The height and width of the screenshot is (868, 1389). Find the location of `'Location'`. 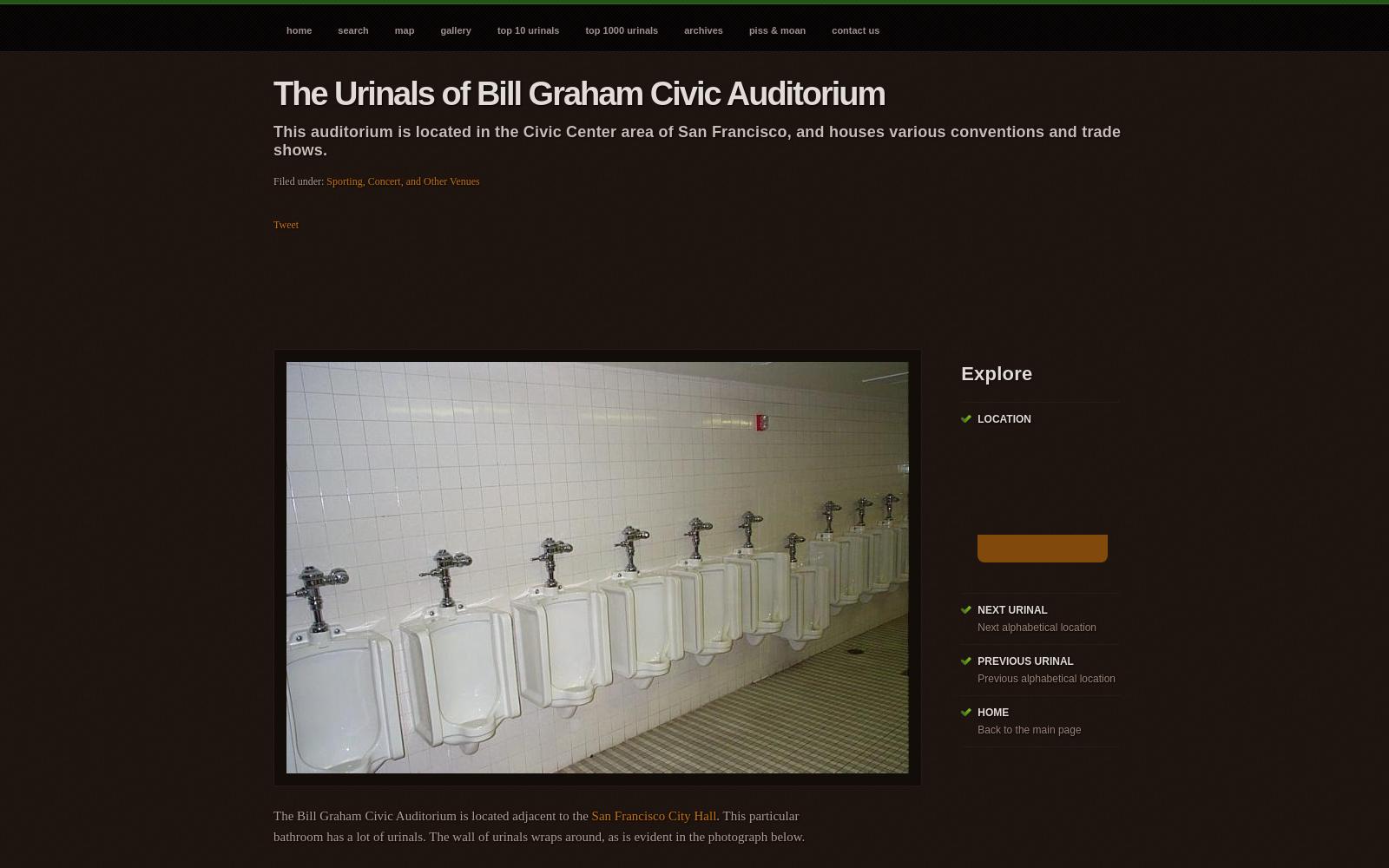

'Location' is located at coordinates (1004, 418).